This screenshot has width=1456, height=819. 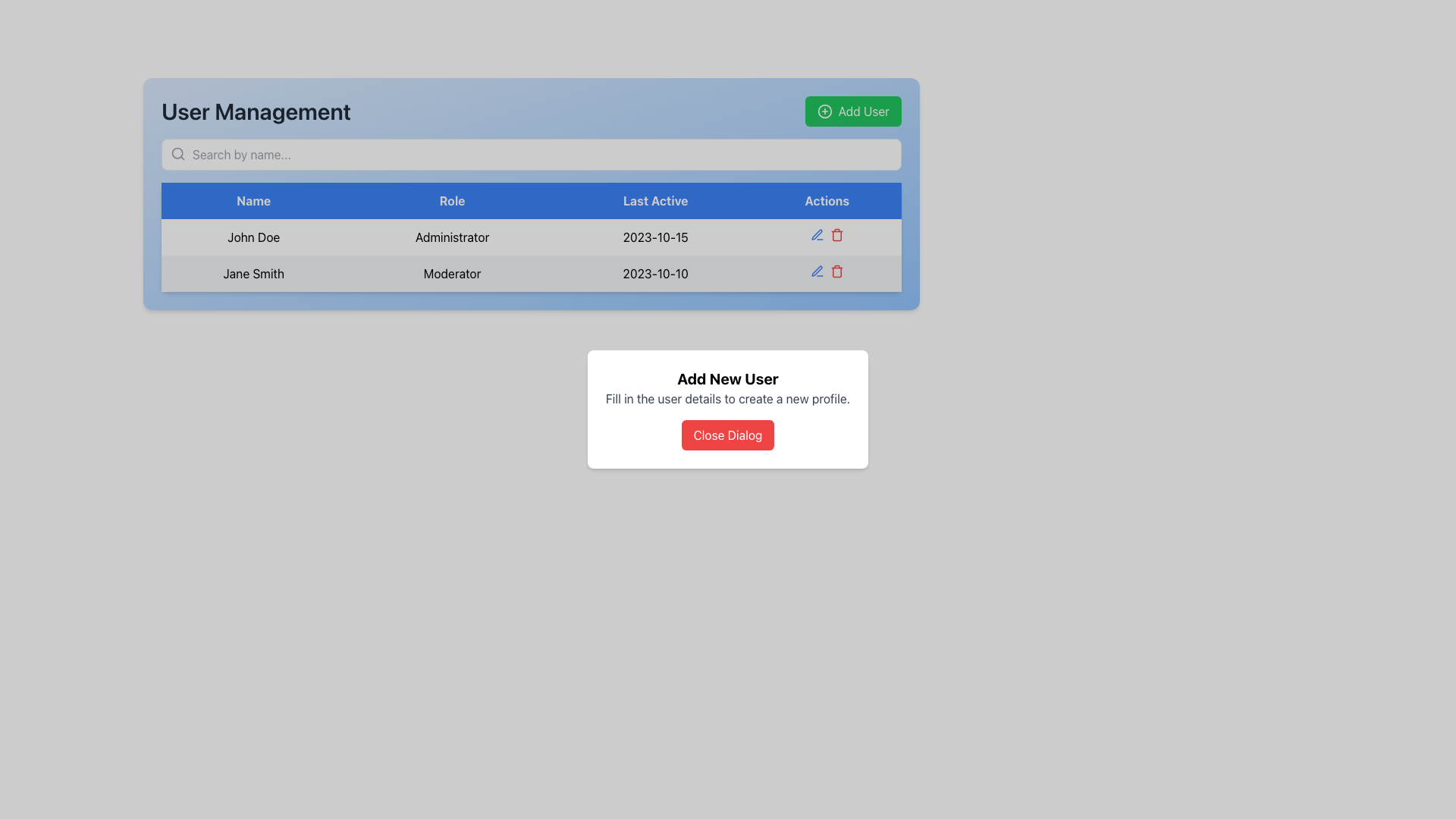 What do you see at coordinates (655, 237) in the screenshot?
I see `the text label displaying the date '2023-10-15' in bold, sans-serif font, located in the 'Last Active' column for user 'John Doe', the Administrator` at bounding box center [655, 237].